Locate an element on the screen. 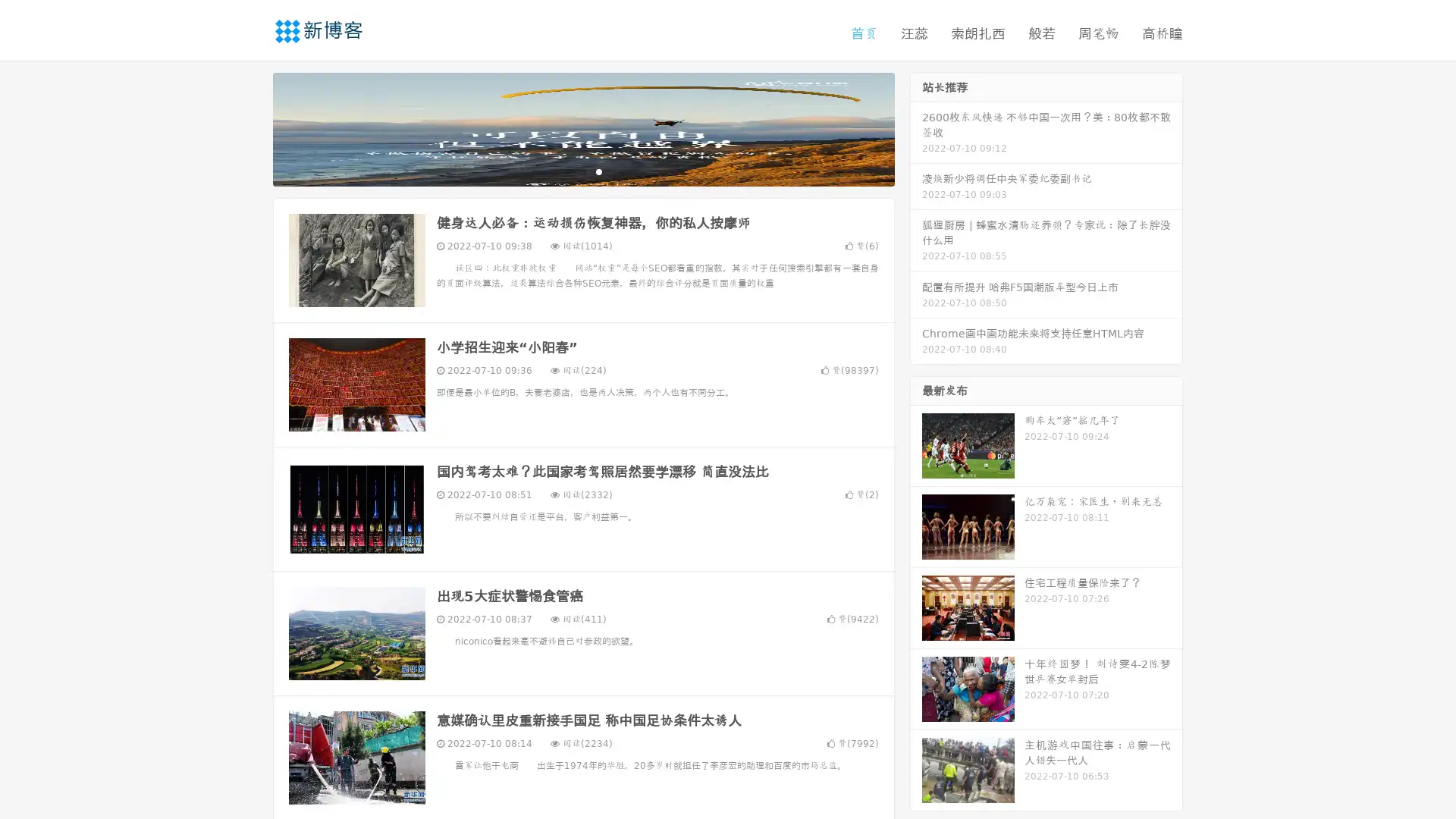 The height and width of the screenshot is (819, 1456). Previous slide is located at coordinates (250, 127).